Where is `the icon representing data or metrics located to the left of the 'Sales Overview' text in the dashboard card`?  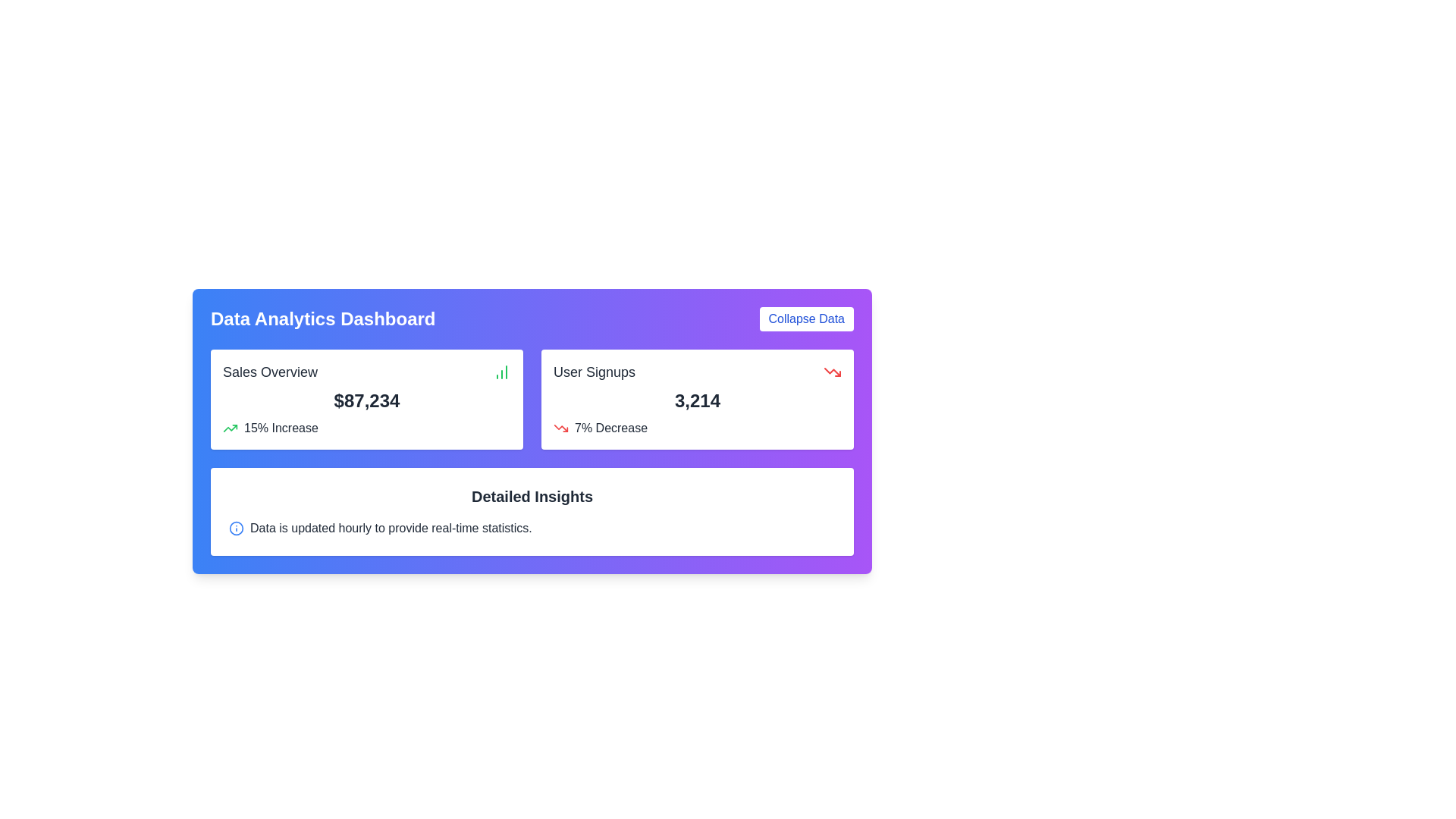 the icon representing data or metrics located to the left of the 'Sales Overview' text in the dashboard card is located at coordinates (502, 372).